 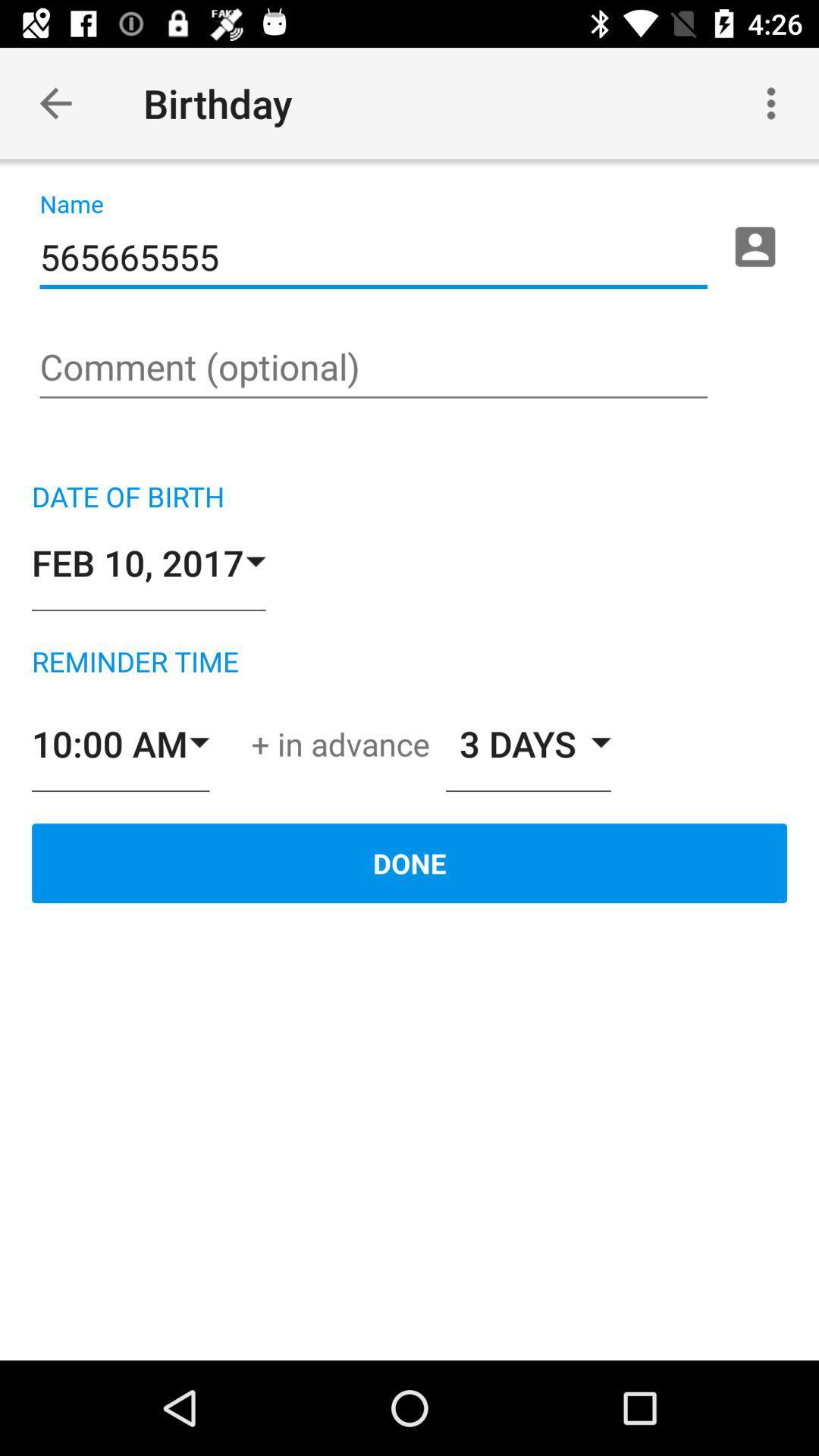 I want to click on edit personal details, so click(x=755, y=246).